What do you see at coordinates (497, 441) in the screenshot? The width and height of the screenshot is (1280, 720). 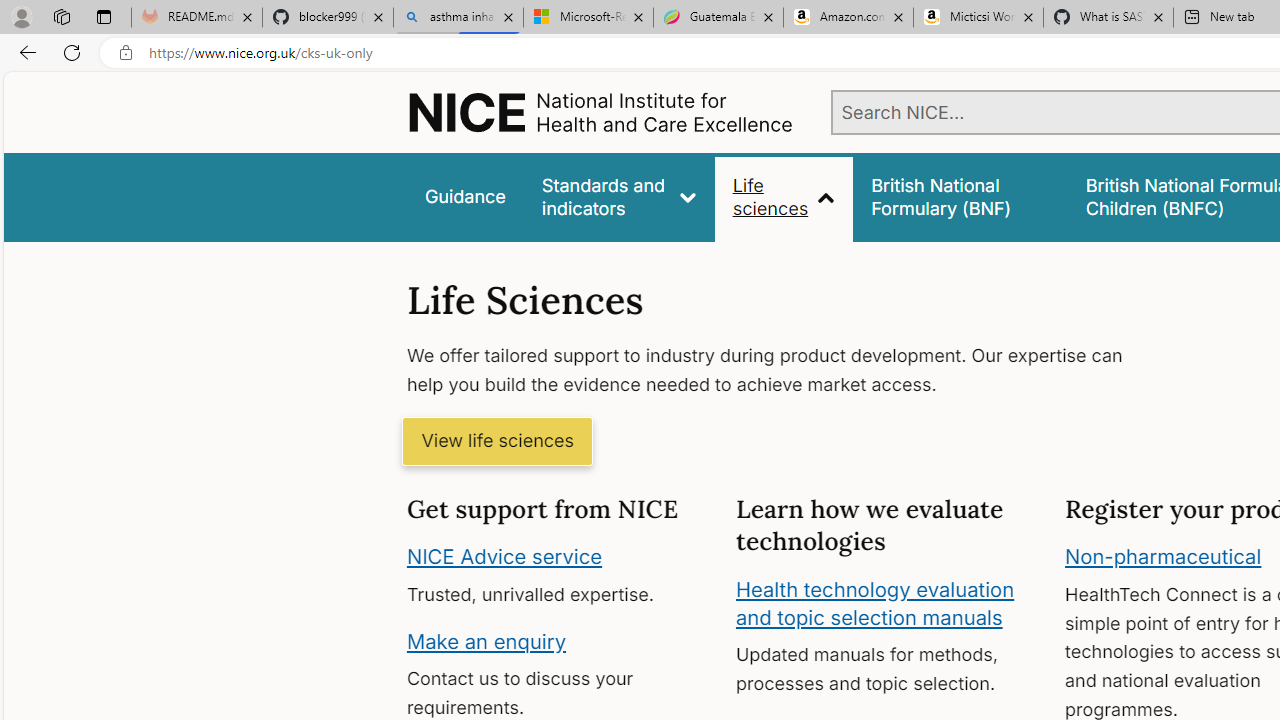 I see `'View life sciences'` at bounding box center [497, 441].